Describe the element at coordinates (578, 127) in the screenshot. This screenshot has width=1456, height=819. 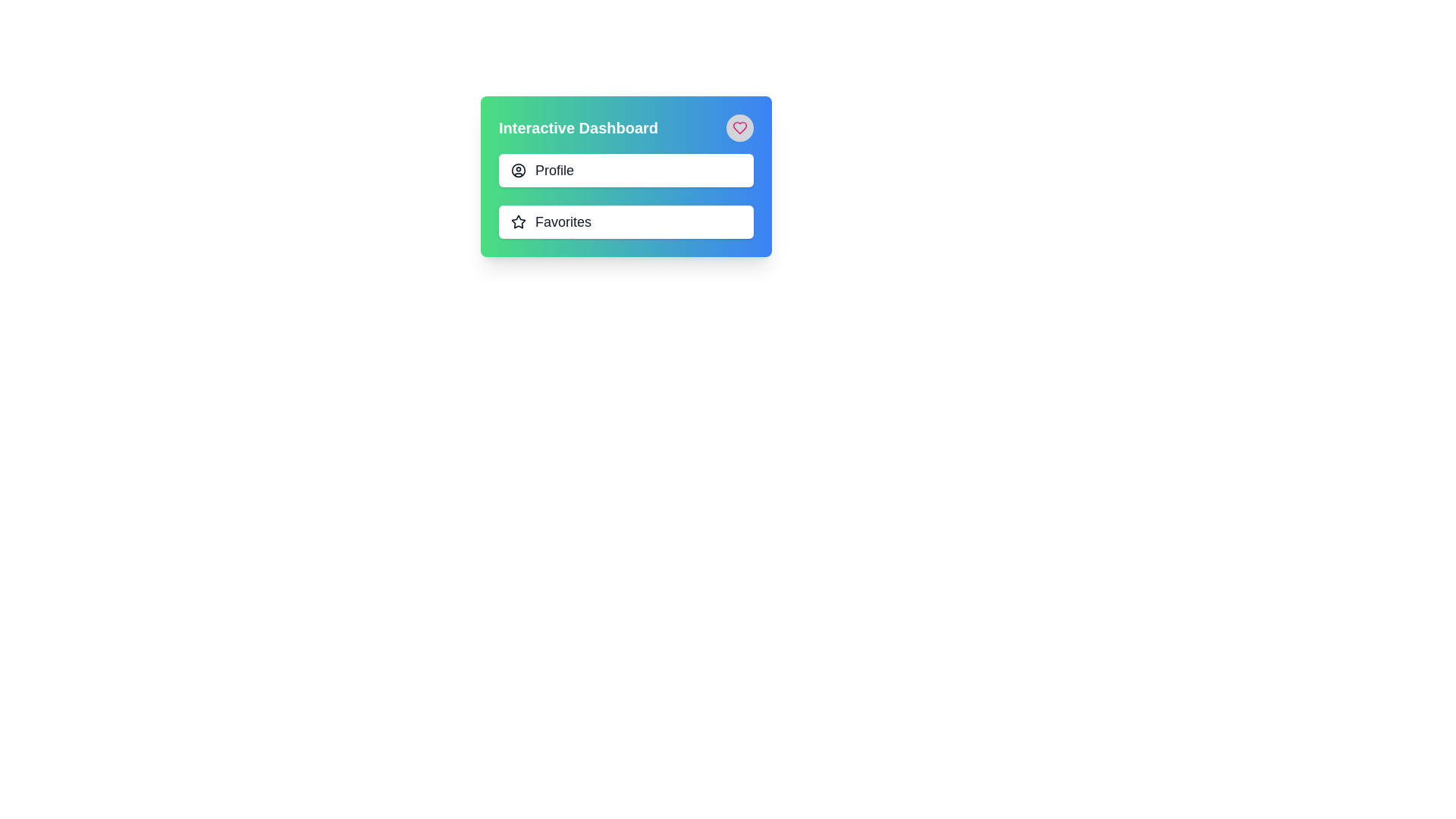
I see `the 'Interactive Dashboard' text label, which serves as the heading for the section` at that location.